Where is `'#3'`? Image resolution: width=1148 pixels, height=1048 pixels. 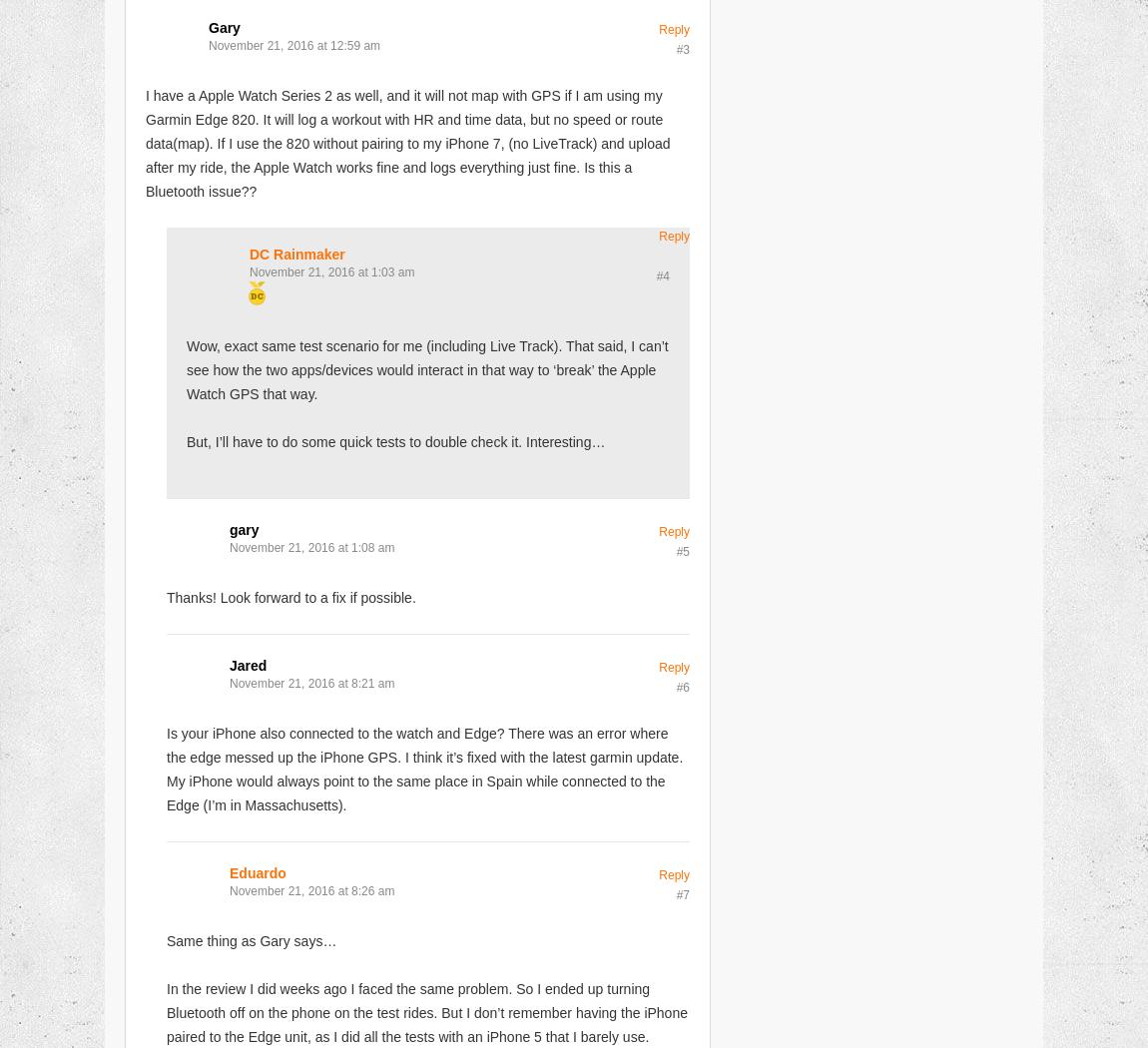 '#3' is located at coordinates (675, 48).